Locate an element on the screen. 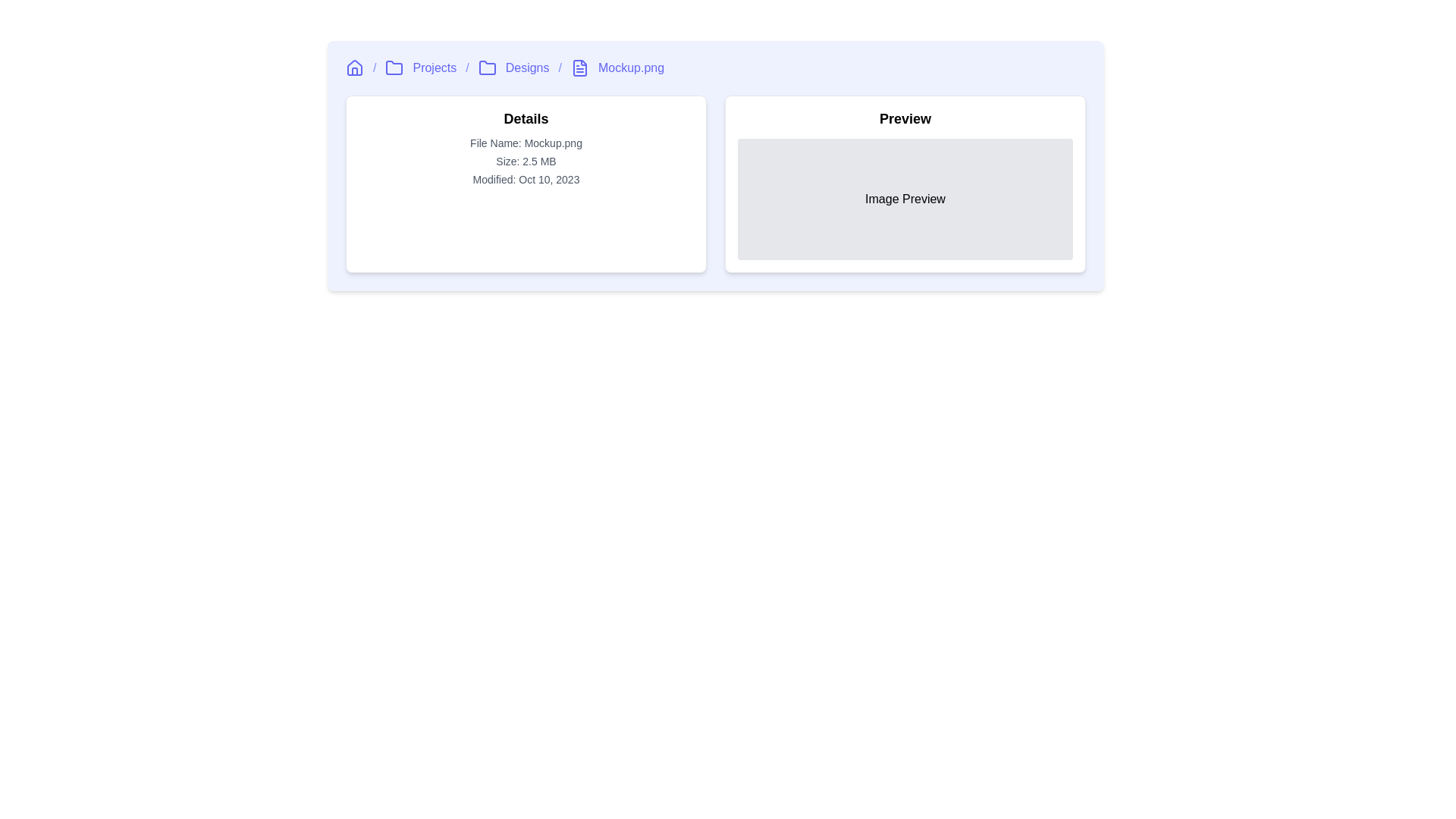 This screenshot has height=819, width=1456. the vibrant folder icon in the breadcrumb navigation bar is located at coordinates (487, 67).